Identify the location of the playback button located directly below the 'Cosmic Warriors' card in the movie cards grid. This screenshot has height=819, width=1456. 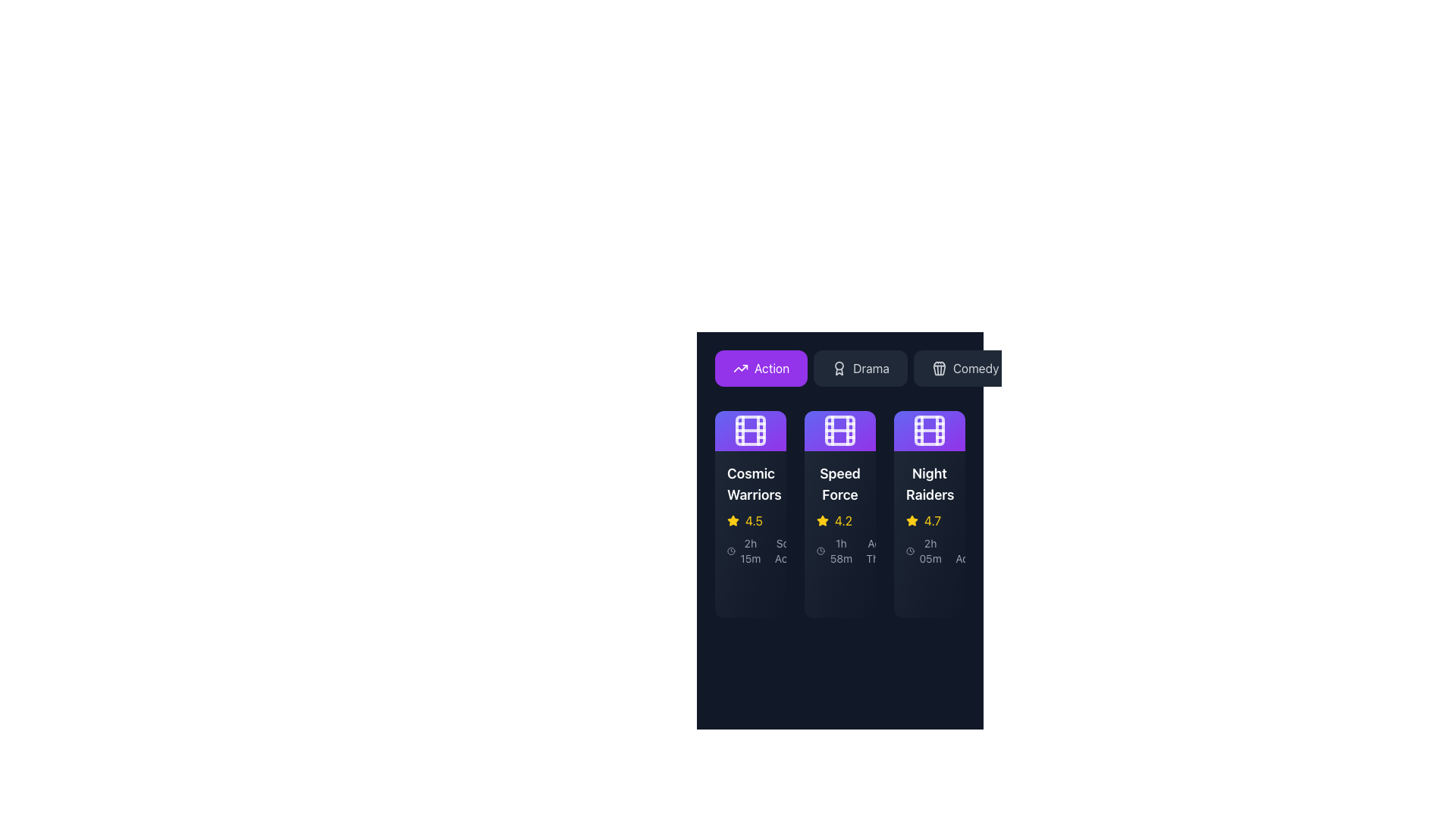
(760, 589).